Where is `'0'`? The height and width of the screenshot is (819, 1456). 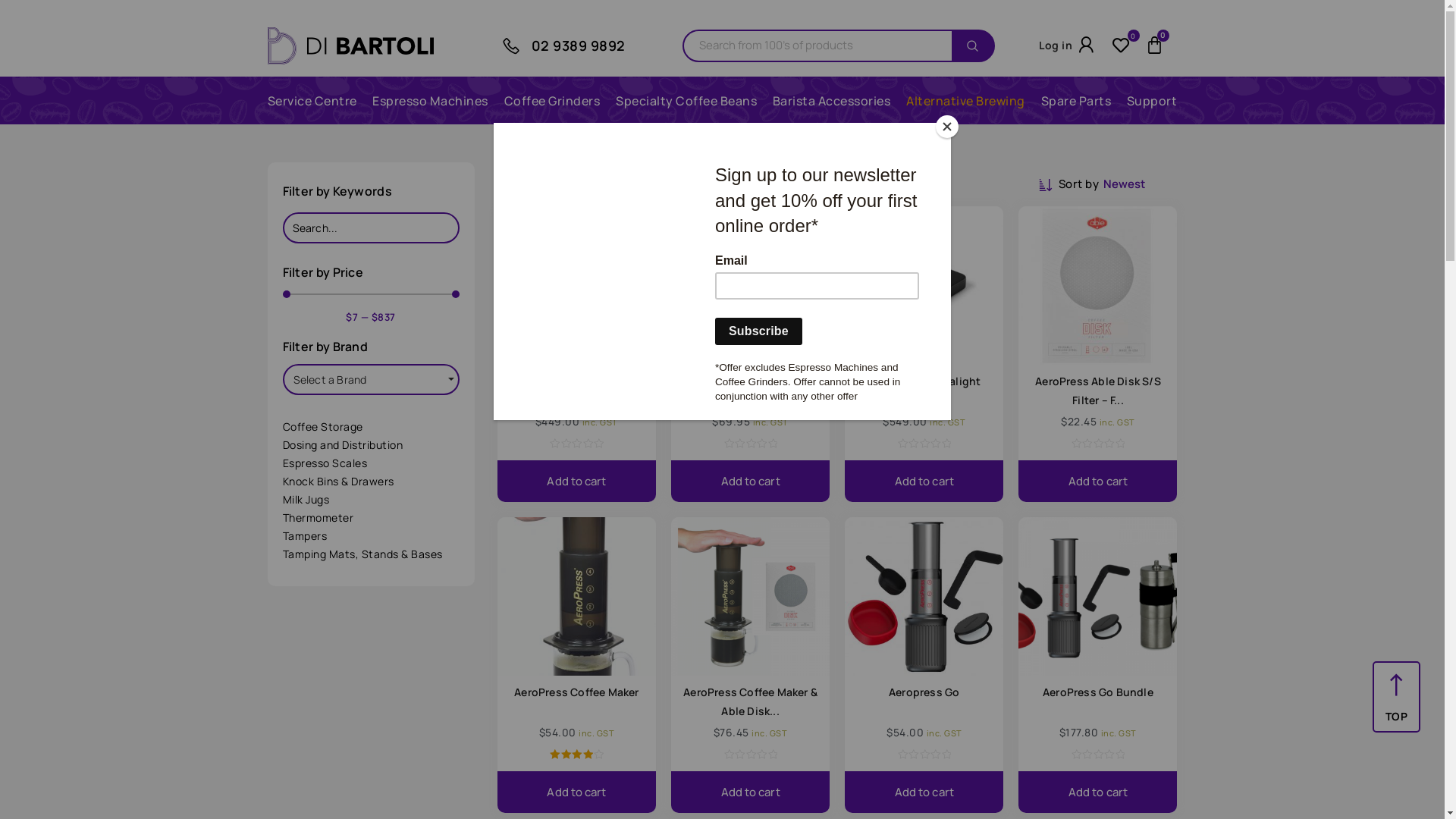 '0' is located at coordinates (1125, 45).